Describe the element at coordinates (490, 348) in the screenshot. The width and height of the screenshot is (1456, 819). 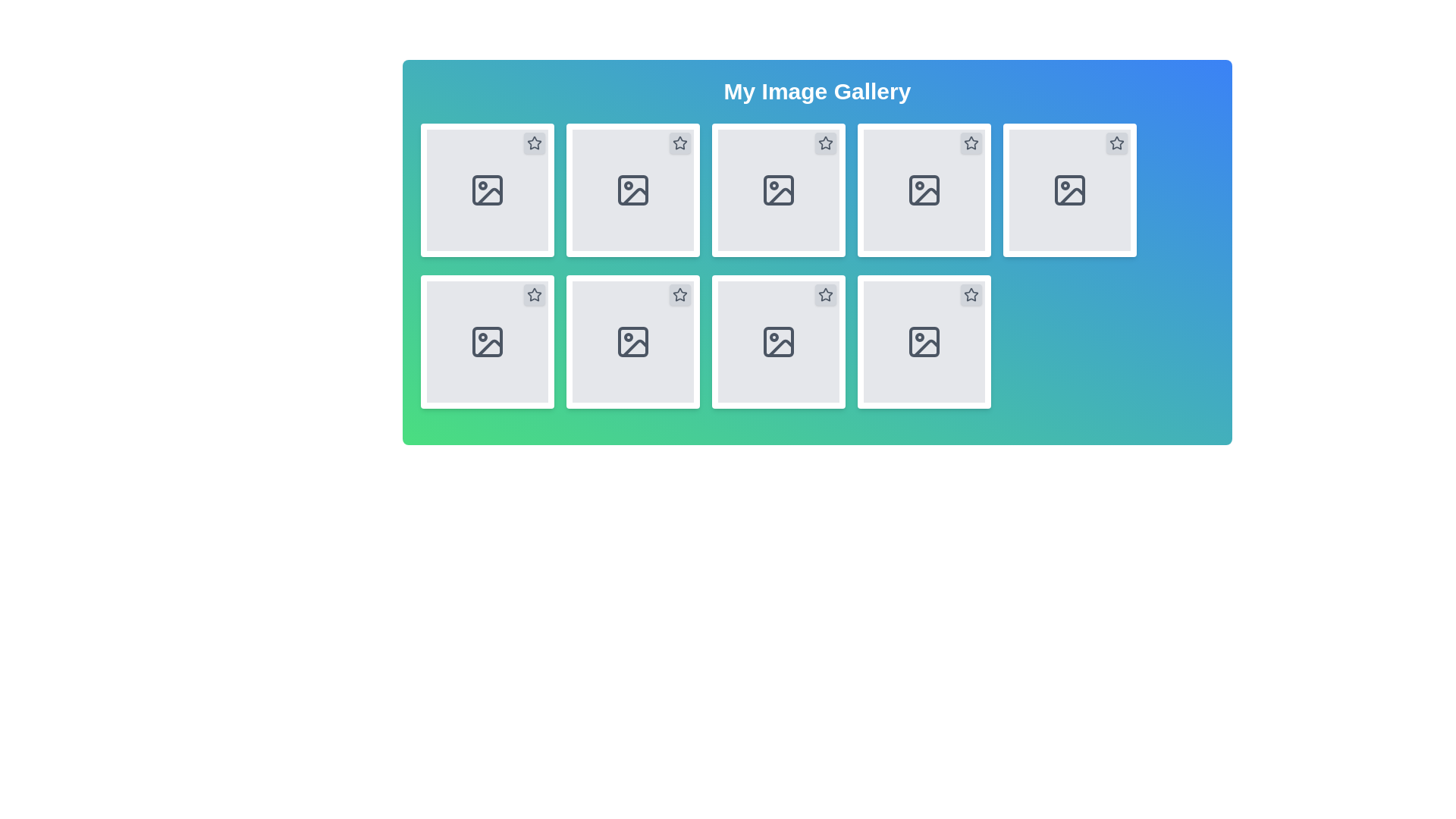
I see `the small, angular-shaped vector graphic representing a slanted line, located within the bottom-left slot of a 2x4 grid in the gallery` at that location.